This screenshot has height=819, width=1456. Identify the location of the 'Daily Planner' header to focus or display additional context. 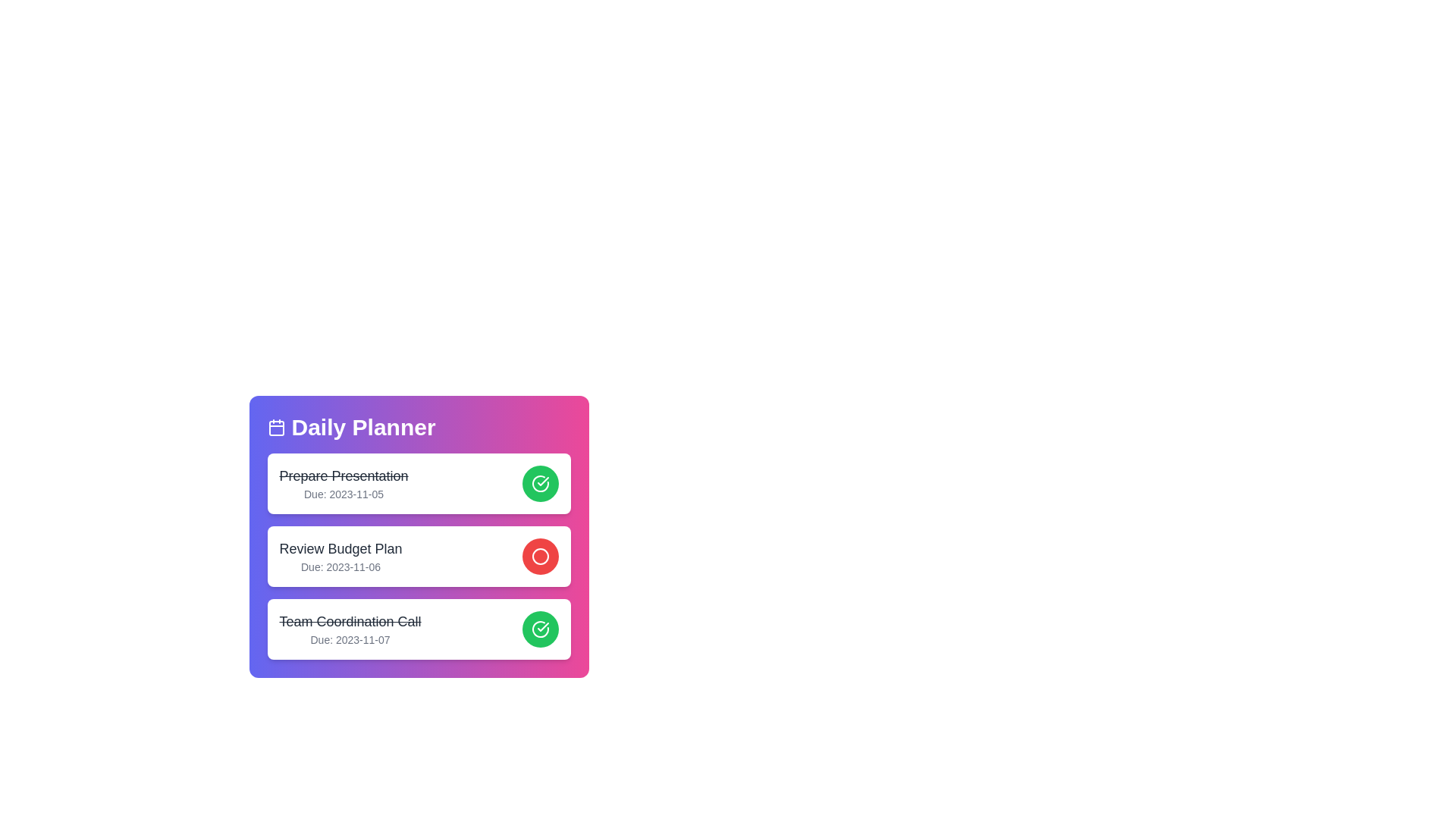
(419, 427).